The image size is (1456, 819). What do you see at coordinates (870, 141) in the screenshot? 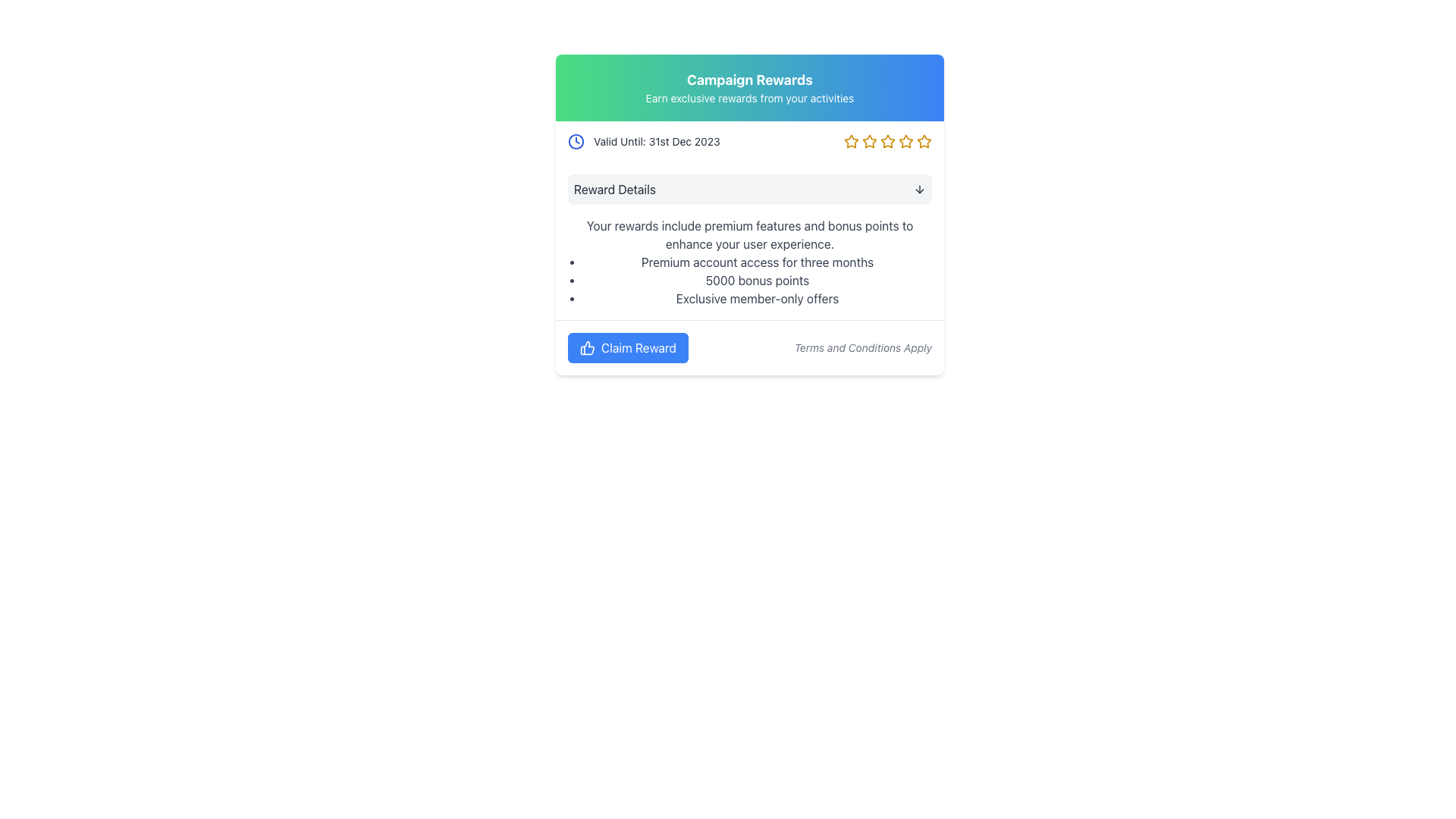
I see `the second star in the five-star rating system located in the top right section of the 'Campaign Rewards' card` at bounding box center [870, 141].